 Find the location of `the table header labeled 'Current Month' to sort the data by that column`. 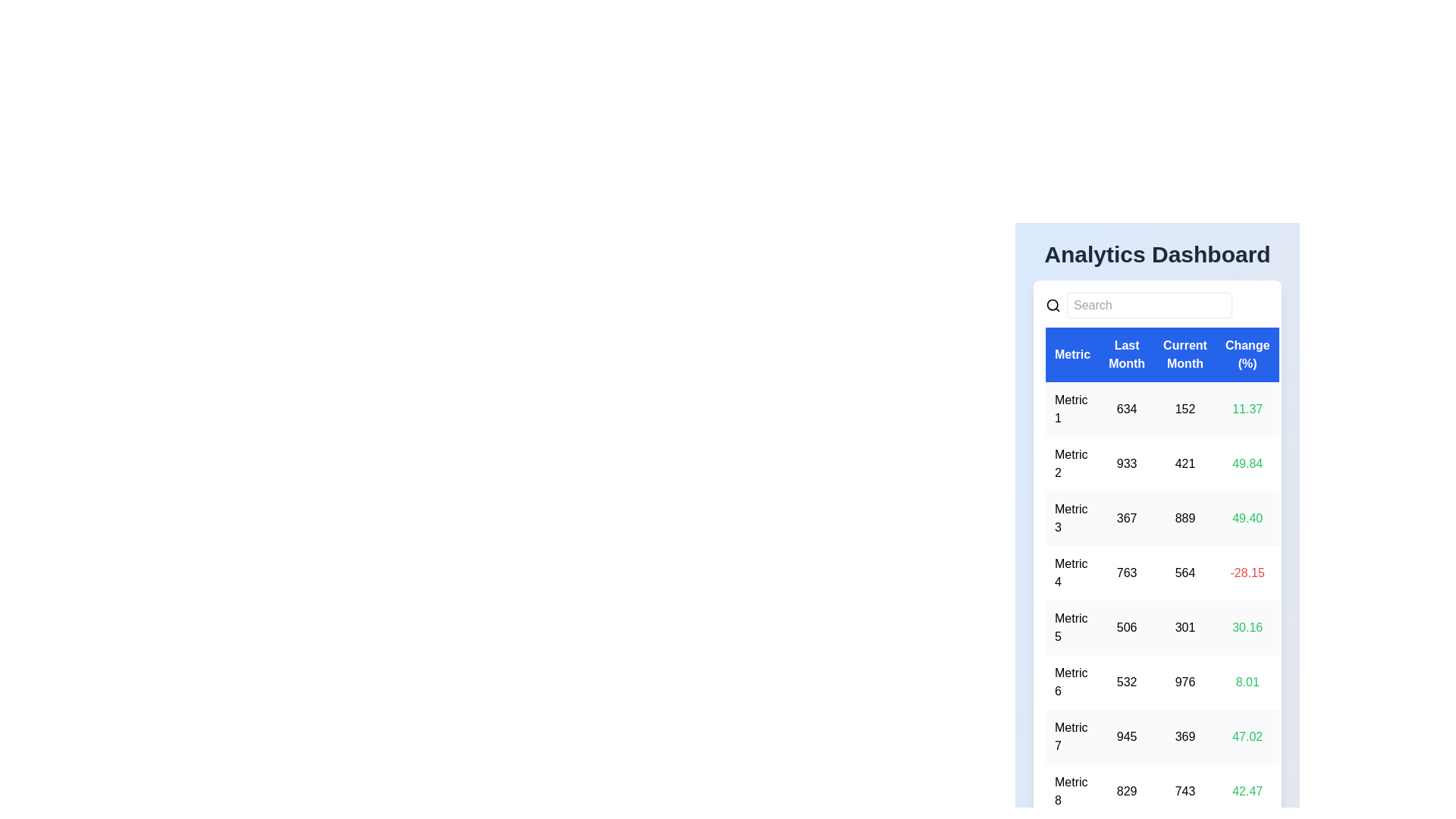

the table header labeled 'Current Month' to sort the data by that column is located at coordinates (1185, 354).